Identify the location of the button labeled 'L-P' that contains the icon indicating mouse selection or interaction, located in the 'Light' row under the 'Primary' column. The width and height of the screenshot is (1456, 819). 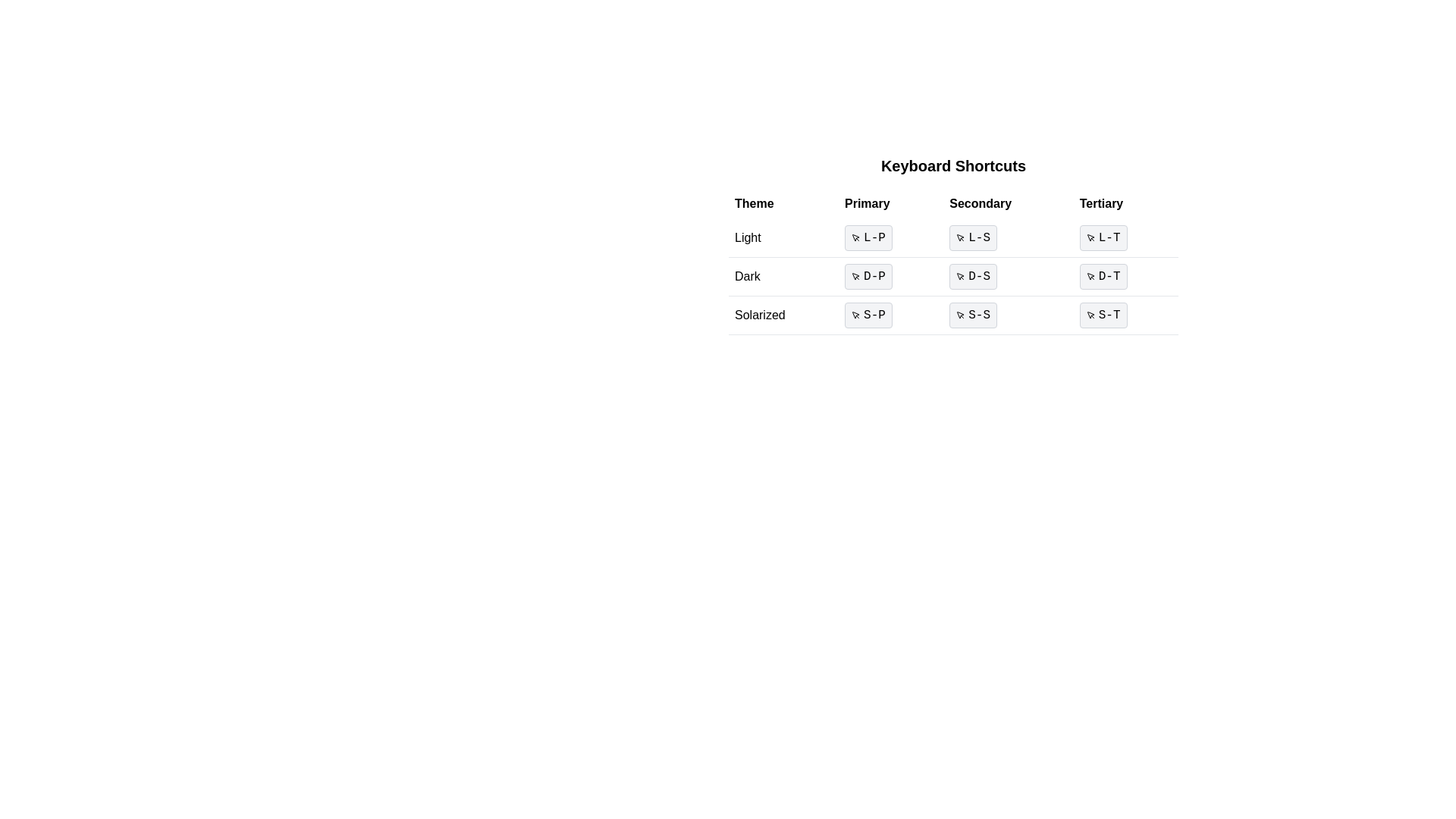
(855, 237).